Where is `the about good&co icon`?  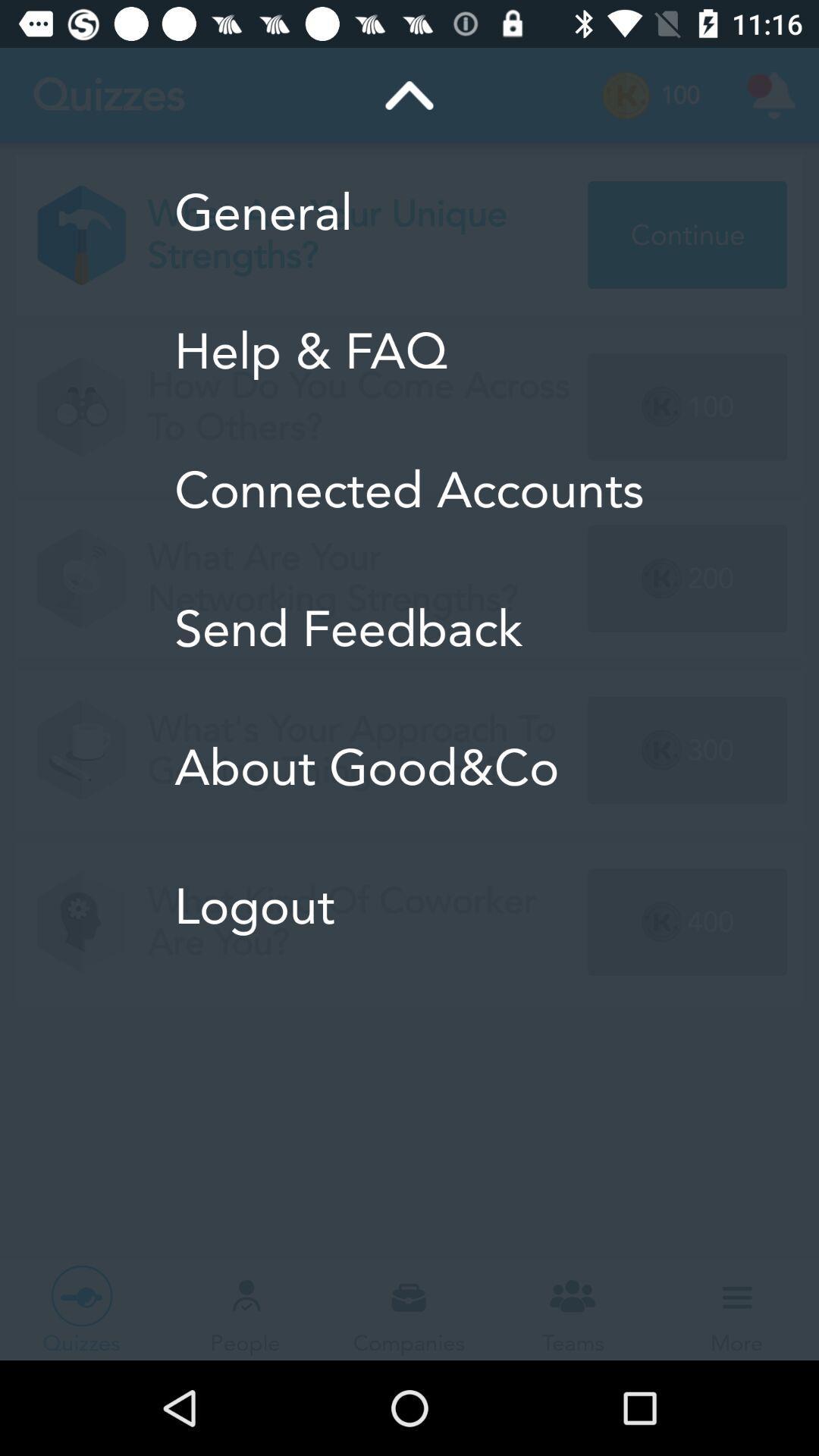
the about good&co icon is located at coordinates (408, 767).